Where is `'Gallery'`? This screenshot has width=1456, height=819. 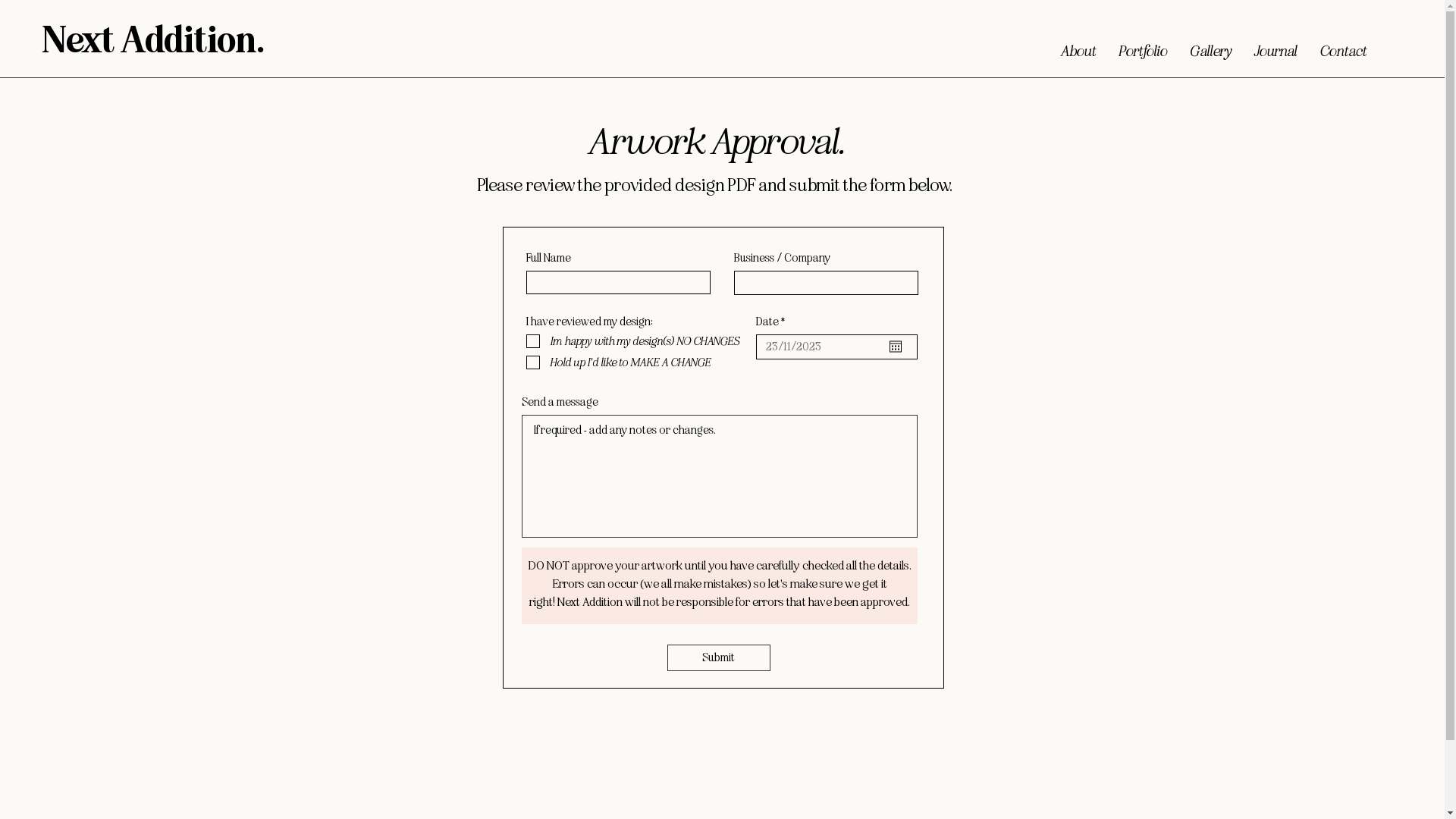 'Gallery' is located at coordinates (1210, 46).